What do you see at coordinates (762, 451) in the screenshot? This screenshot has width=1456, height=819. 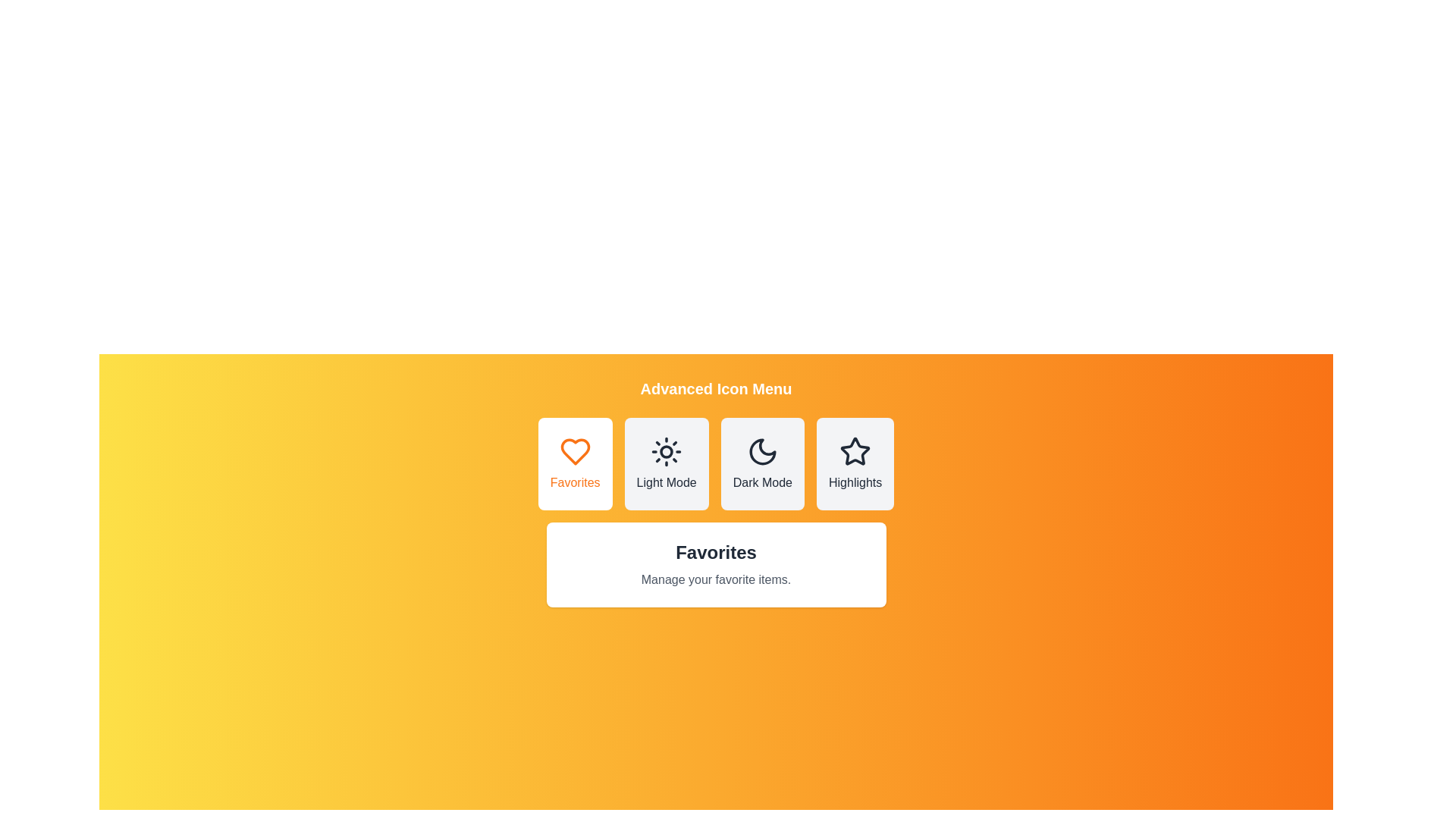 I see `the crescent moon icon representing the 'Dark Mode' option by moving the cursor to its center` at bounding box center [762, 451].